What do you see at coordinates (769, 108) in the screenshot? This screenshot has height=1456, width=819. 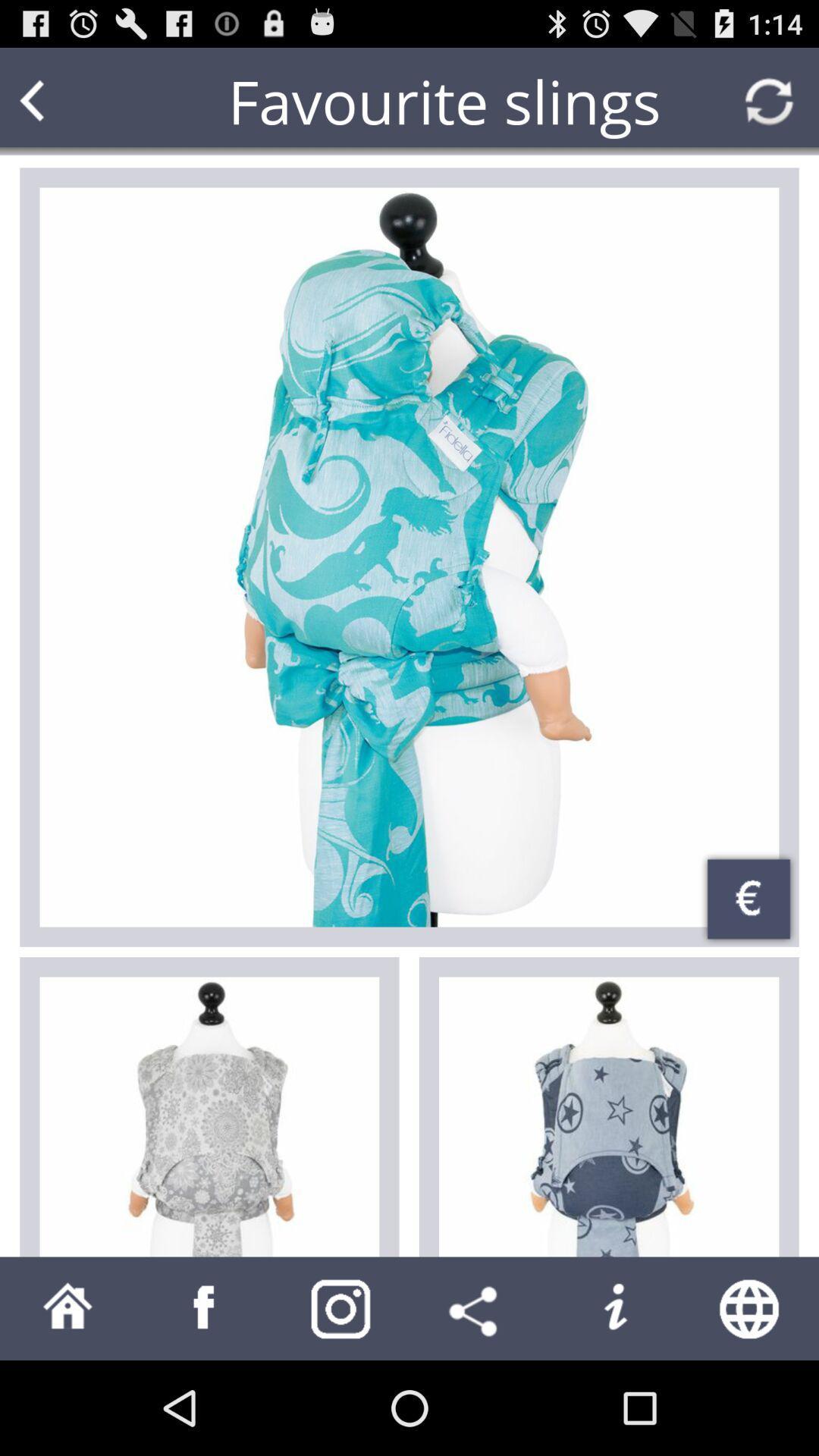 I see `the refresh icon` at bounding box center [769, 108].